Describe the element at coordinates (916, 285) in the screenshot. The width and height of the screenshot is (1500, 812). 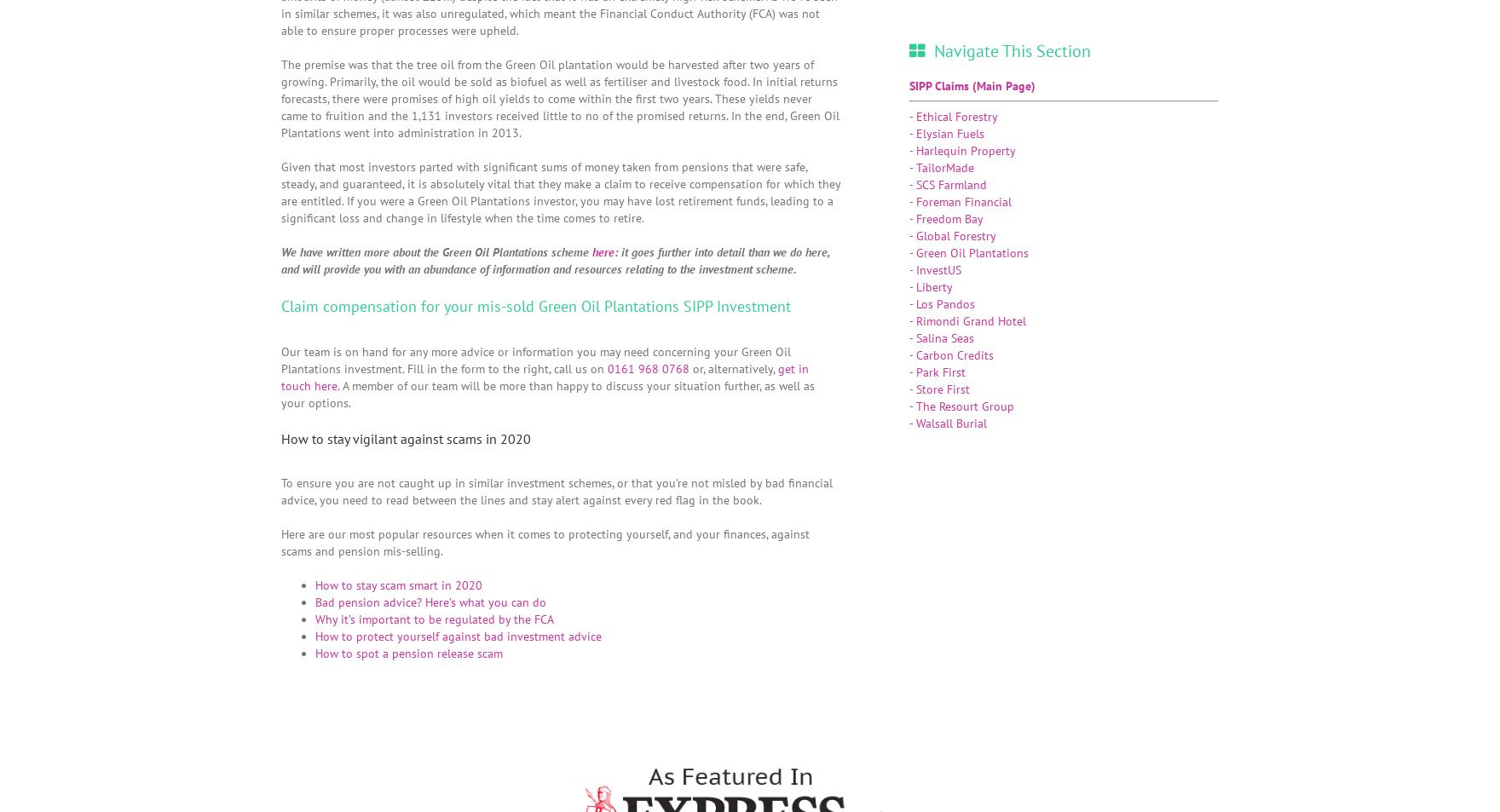
I see `'Liberty'` at that location.